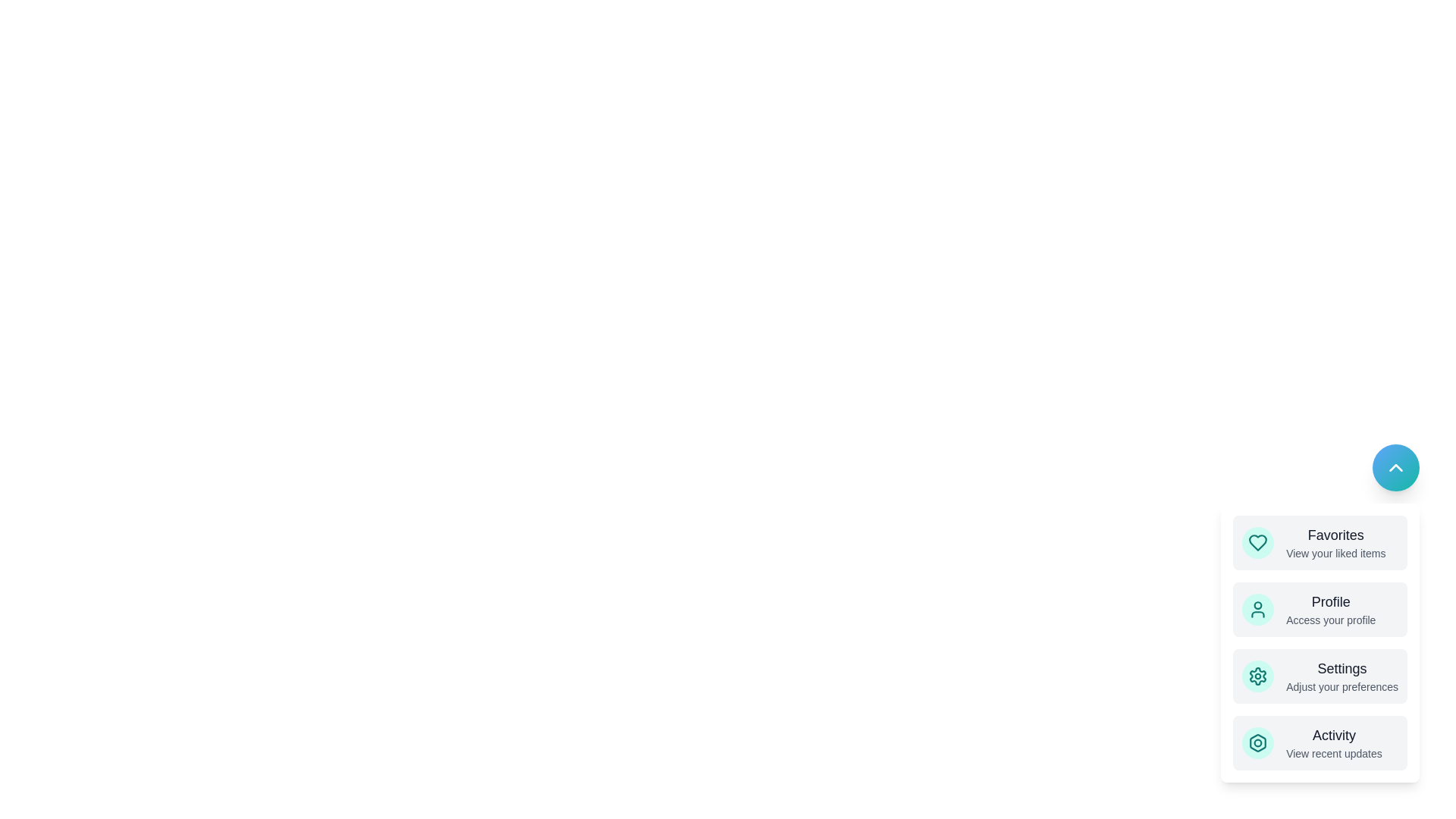 The image size is (1456, 819). What do you see at coordinates (1319, 608) in the screenshot?
I see `the menu option labeled Profile` at bounding box center [1319, 608].